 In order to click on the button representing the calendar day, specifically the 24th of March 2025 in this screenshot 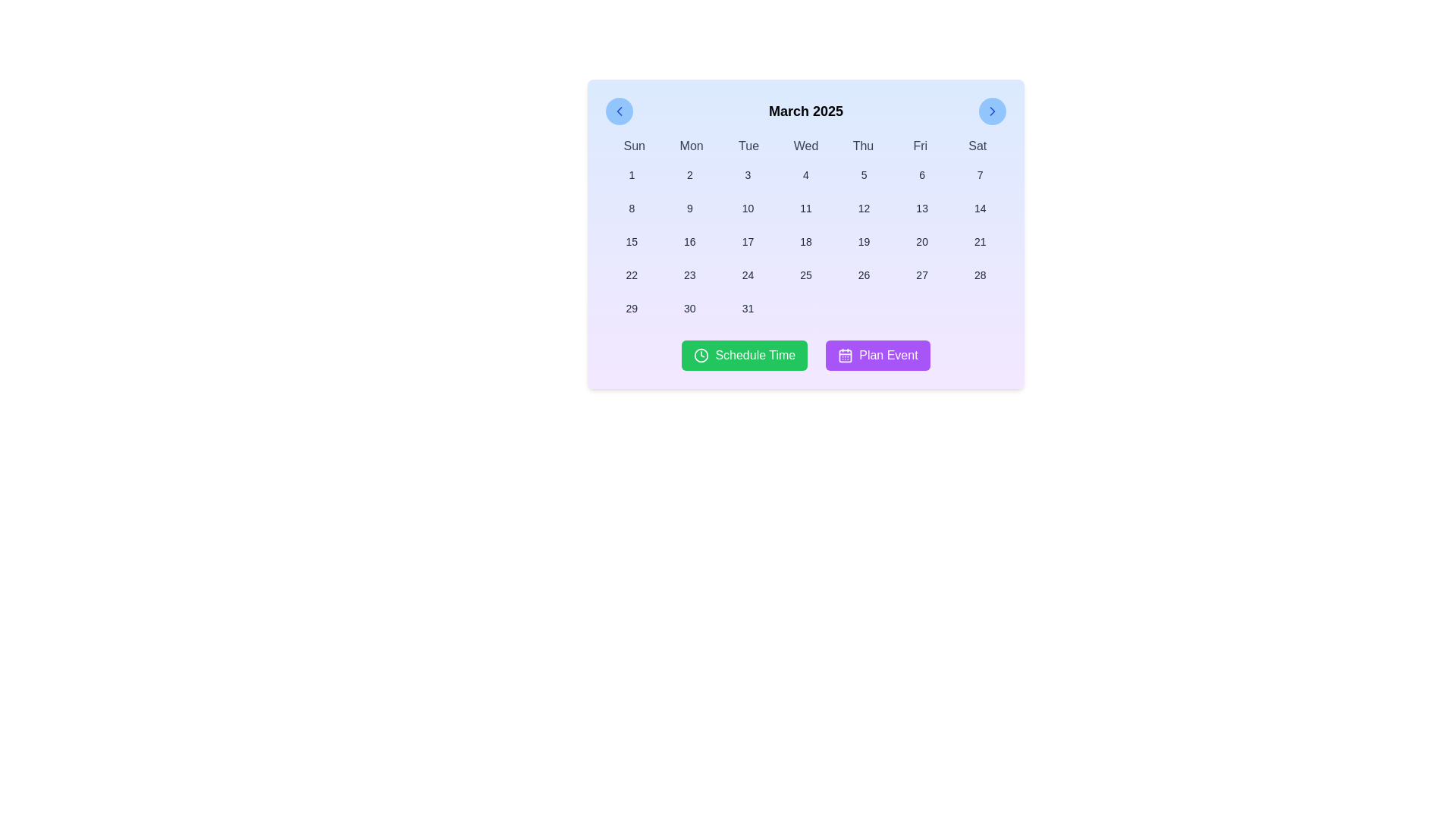, I will do `click(748, 275)`.